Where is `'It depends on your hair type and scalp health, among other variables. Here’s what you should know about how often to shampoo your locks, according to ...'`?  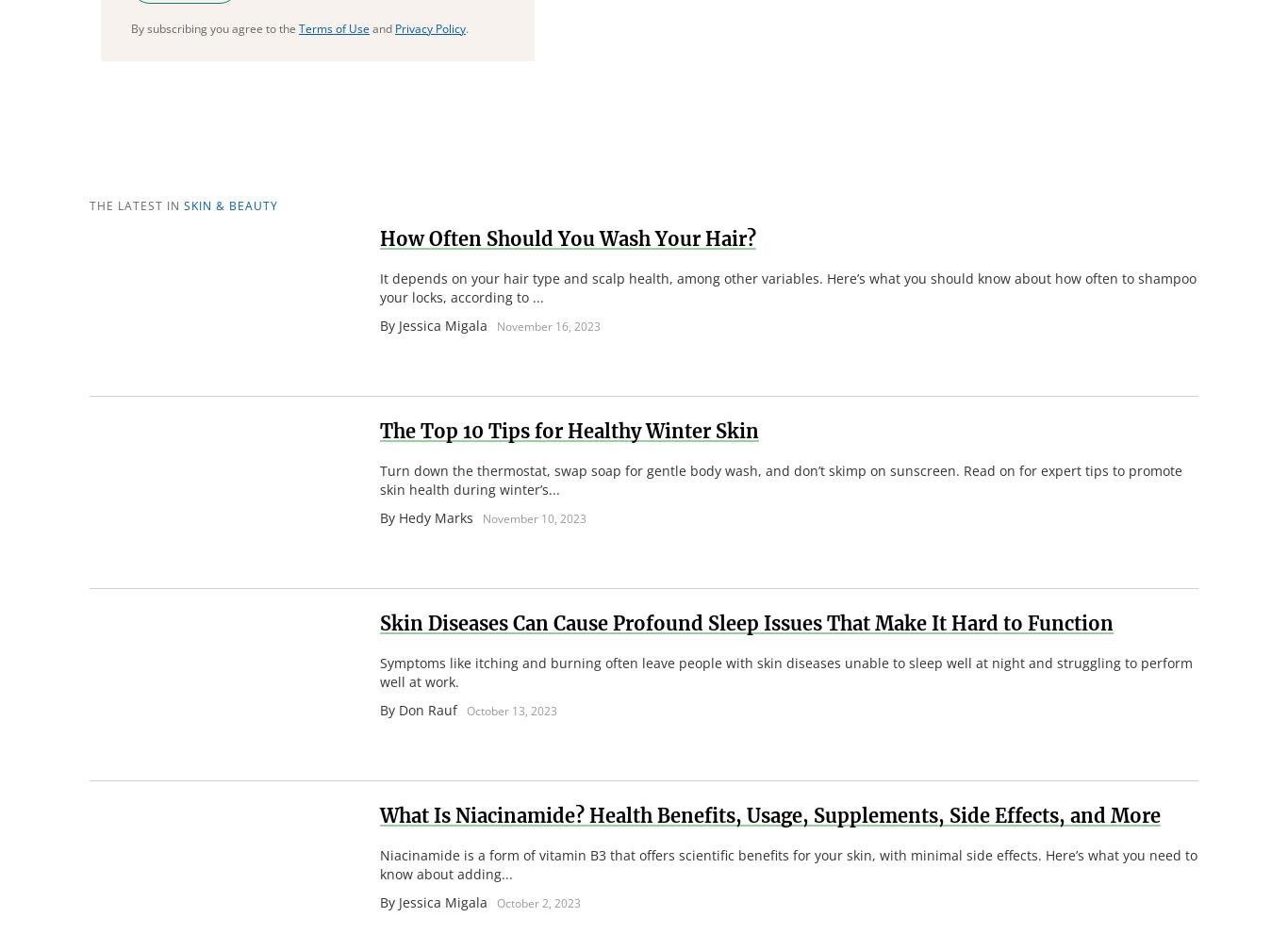 'It depends on your hair type and scalp health, among other variables. Here’s what you should know about how often to shampoo your locks, according to ...' is located at coordinates (786, 287).